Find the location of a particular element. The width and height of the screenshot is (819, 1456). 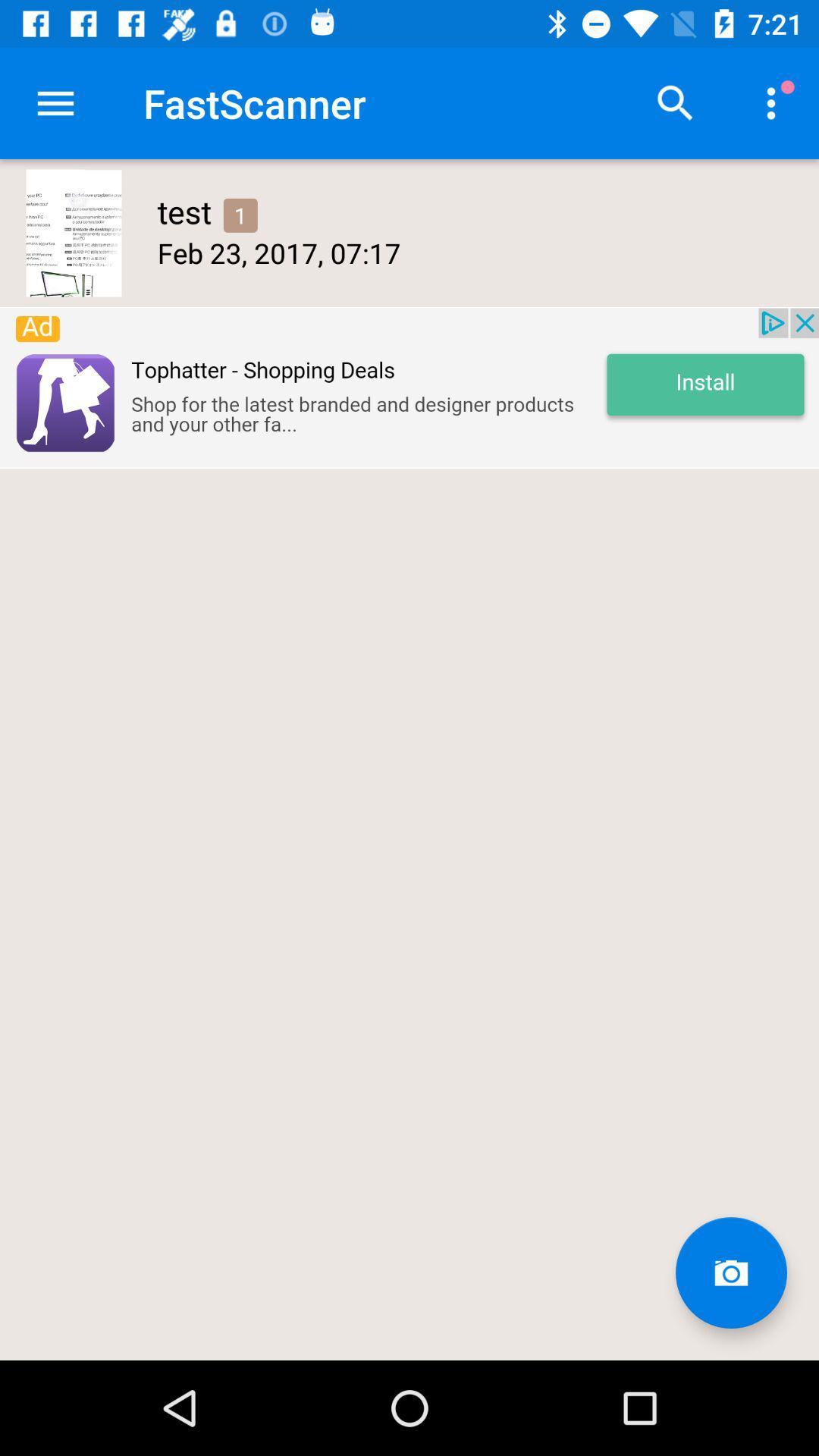

install page is located at coordinates (409, 388).